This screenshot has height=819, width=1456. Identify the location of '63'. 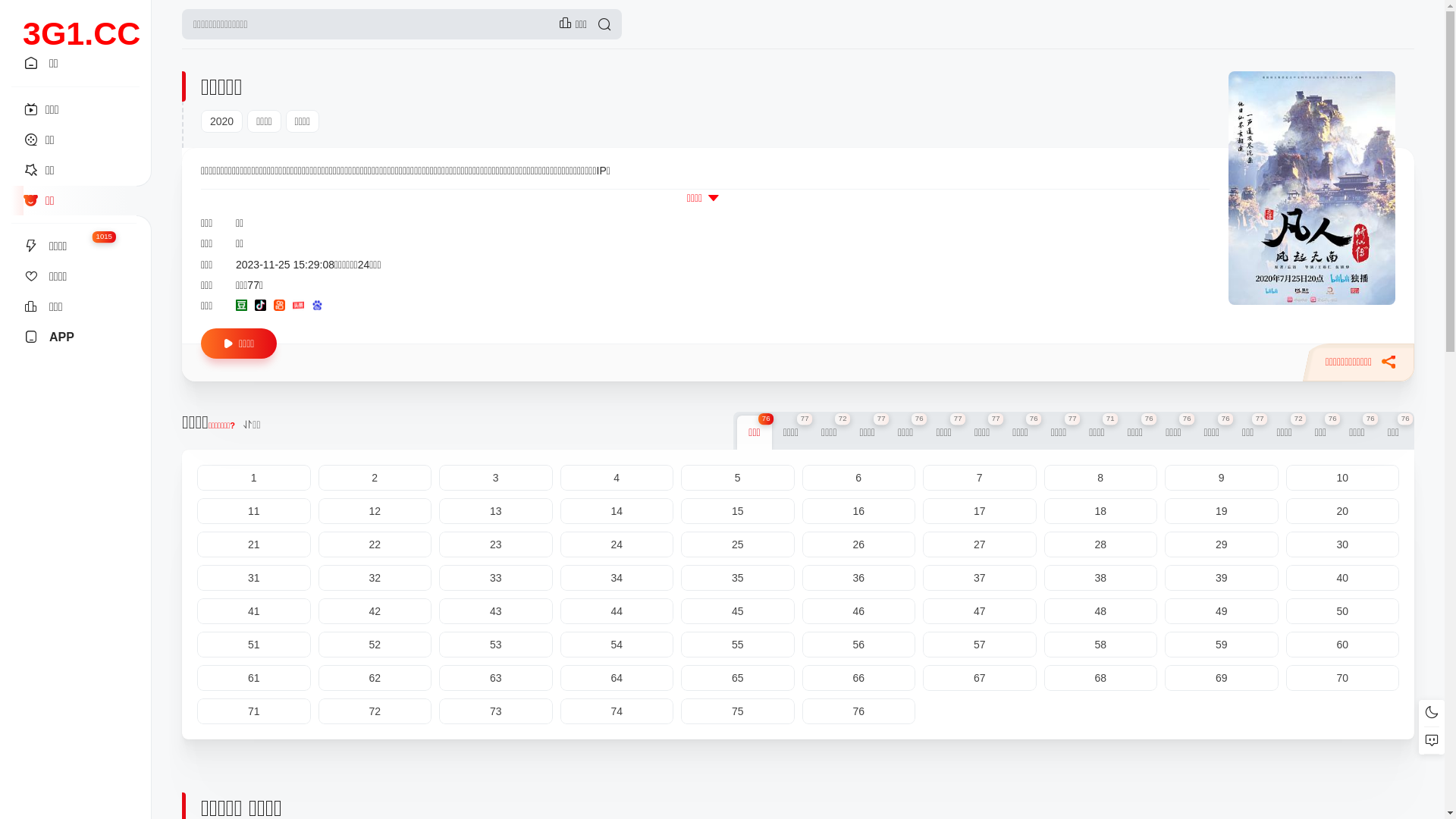
(495, 677).